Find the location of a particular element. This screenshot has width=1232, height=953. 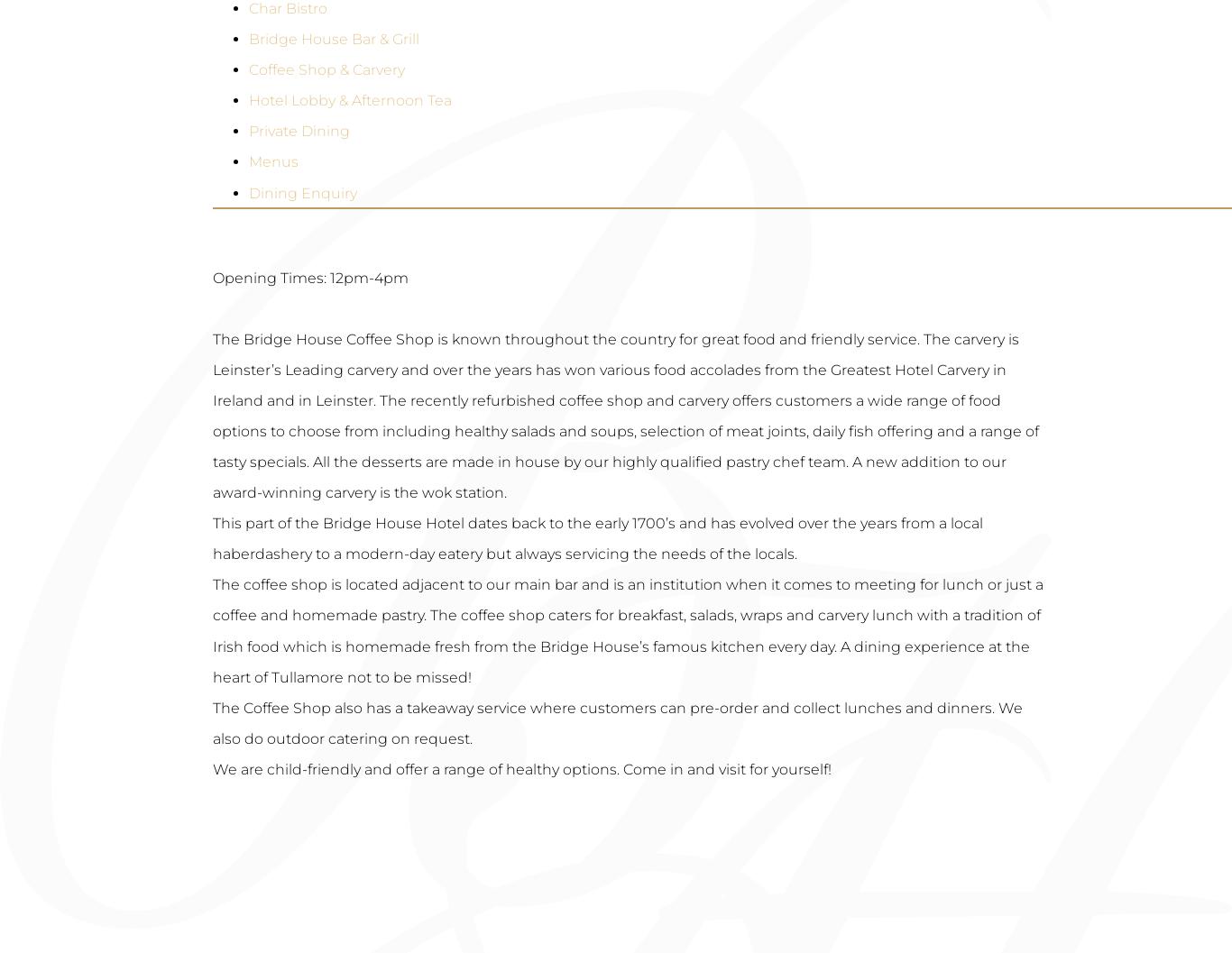

'Spa Enquiry' is located at coordinates (359, 769).